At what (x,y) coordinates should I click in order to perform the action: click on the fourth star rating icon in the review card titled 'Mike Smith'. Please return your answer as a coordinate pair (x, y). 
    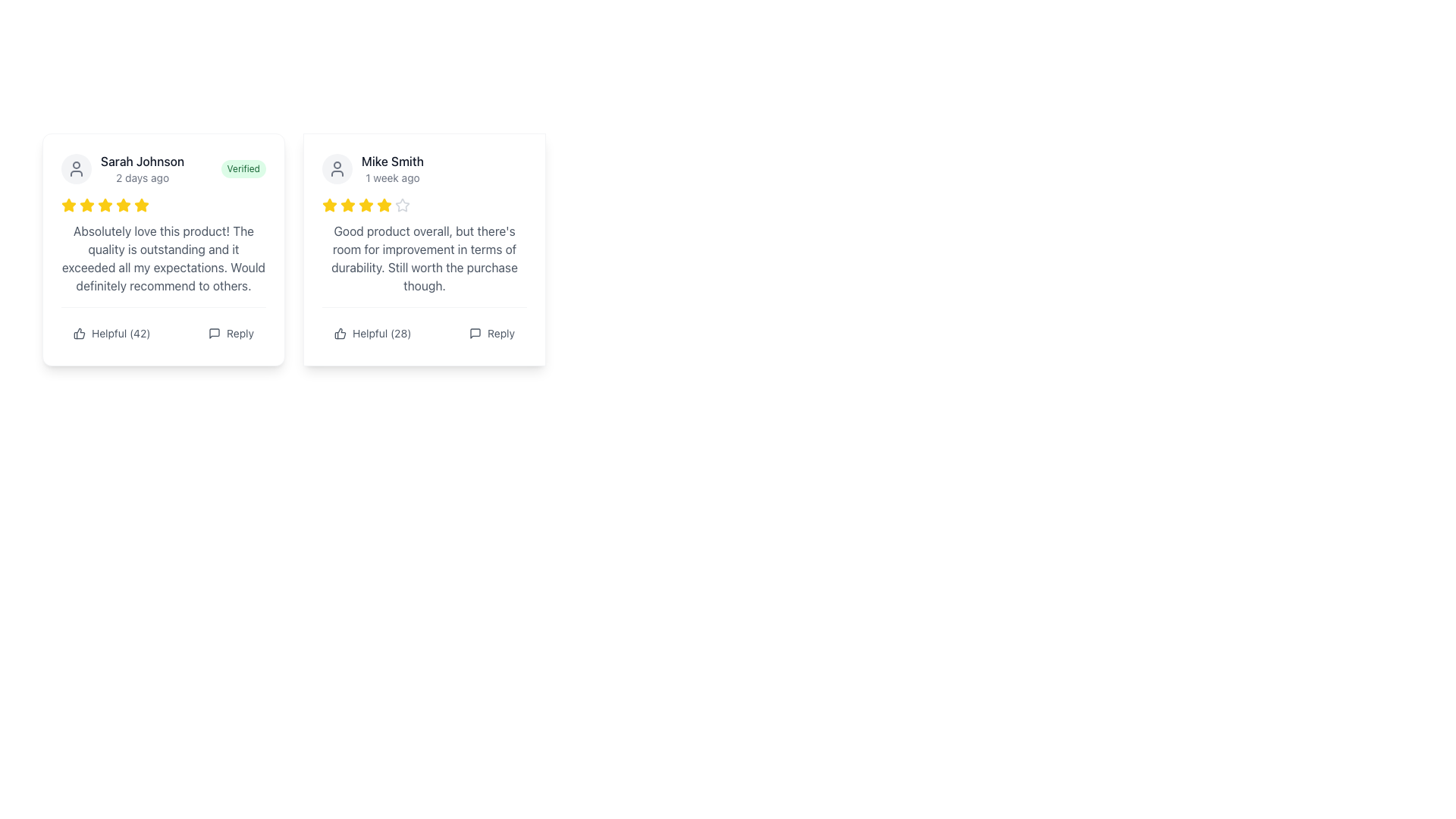
    Looking at the image, I should click on (384, 205).